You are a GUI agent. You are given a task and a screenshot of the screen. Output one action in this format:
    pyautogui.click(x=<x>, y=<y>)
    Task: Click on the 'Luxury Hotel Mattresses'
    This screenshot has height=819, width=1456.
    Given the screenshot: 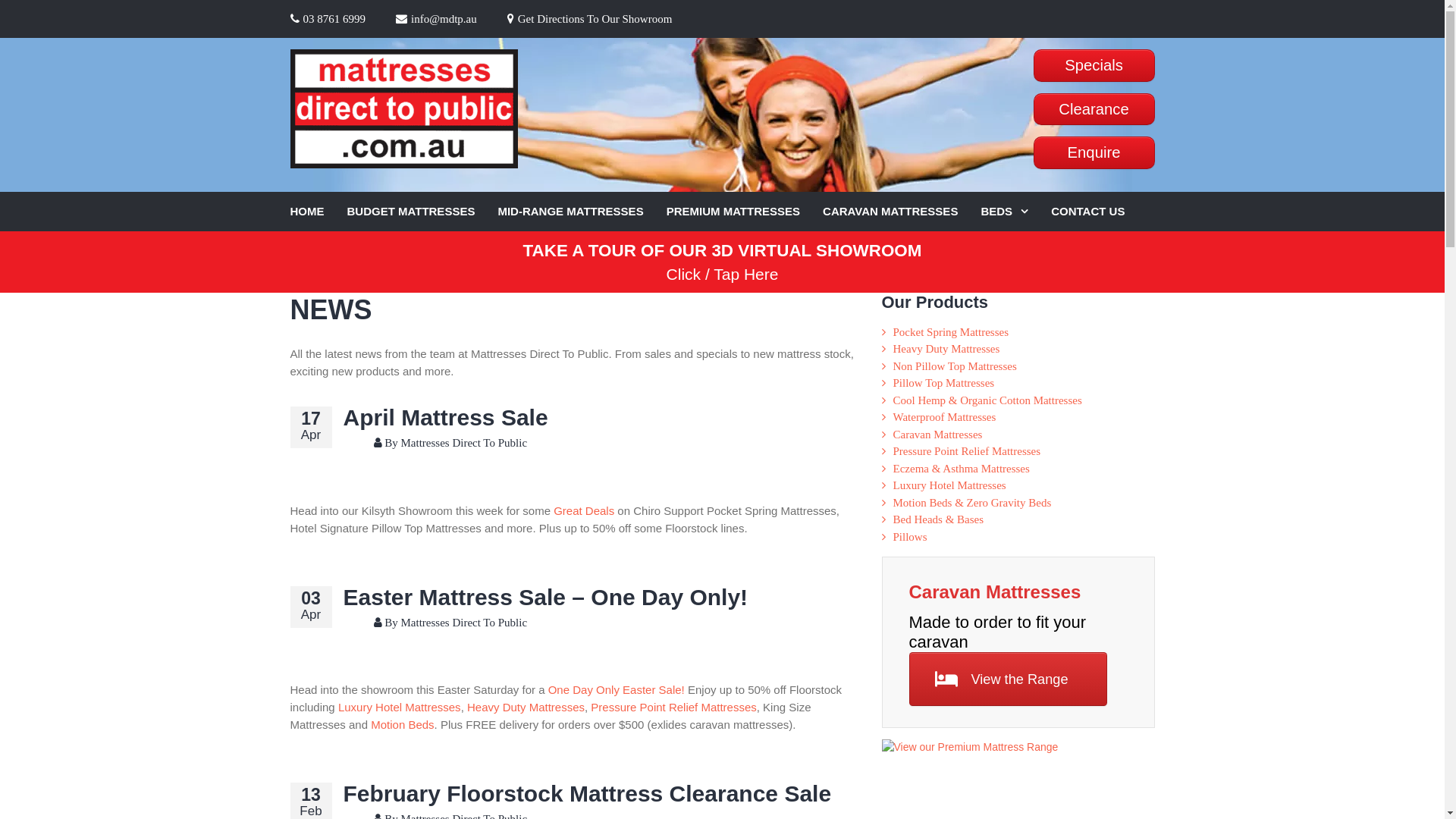 What is the action you would take?
    pyautogui.click(x=337, y=707)
    